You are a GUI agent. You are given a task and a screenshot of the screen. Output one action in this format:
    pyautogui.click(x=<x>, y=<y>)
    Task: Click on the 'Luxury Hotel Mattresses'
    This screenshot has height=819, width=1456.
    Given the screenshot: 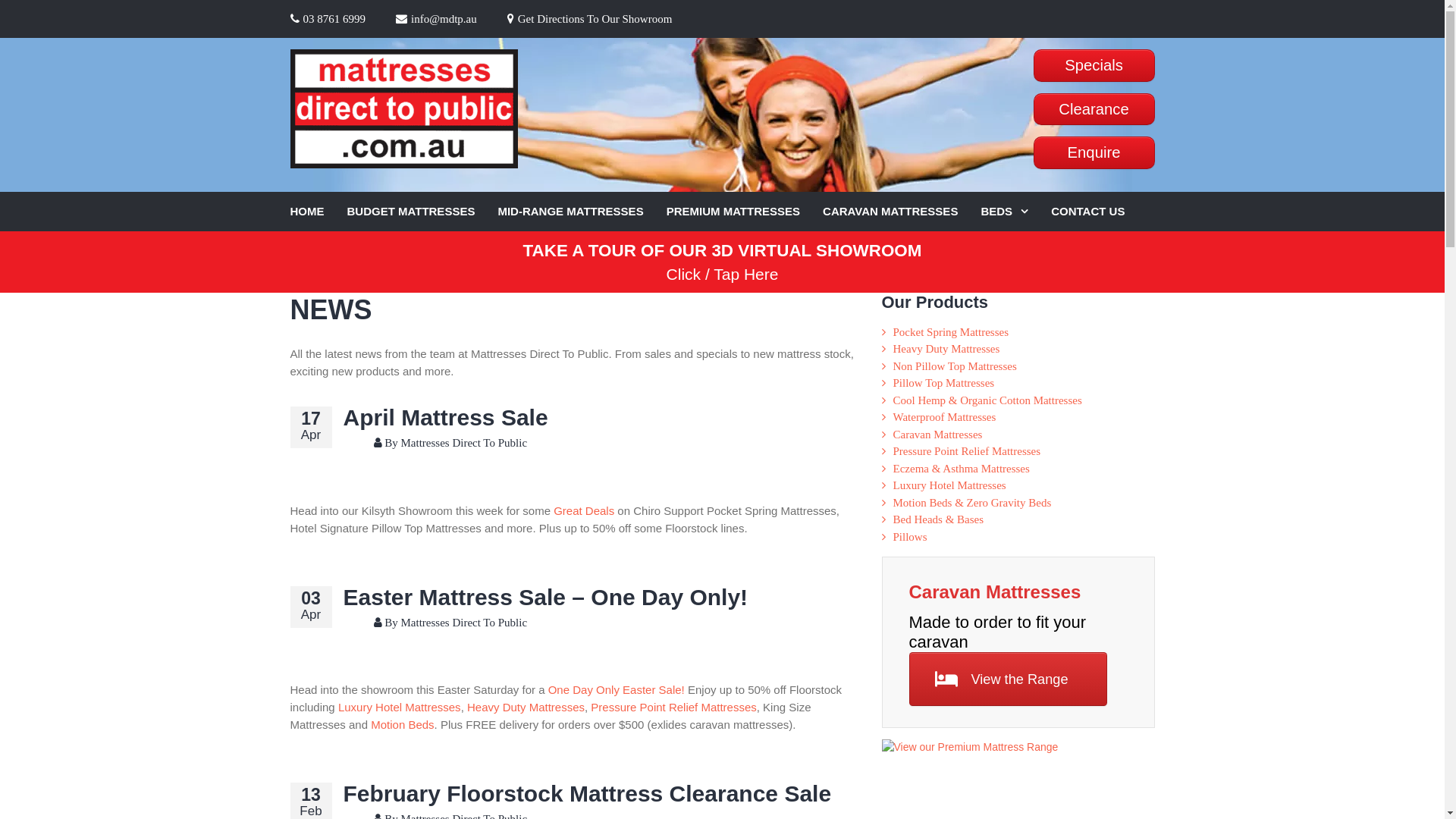 What is the action you would take?
    pyautogui.click(x=337, y=707)
    